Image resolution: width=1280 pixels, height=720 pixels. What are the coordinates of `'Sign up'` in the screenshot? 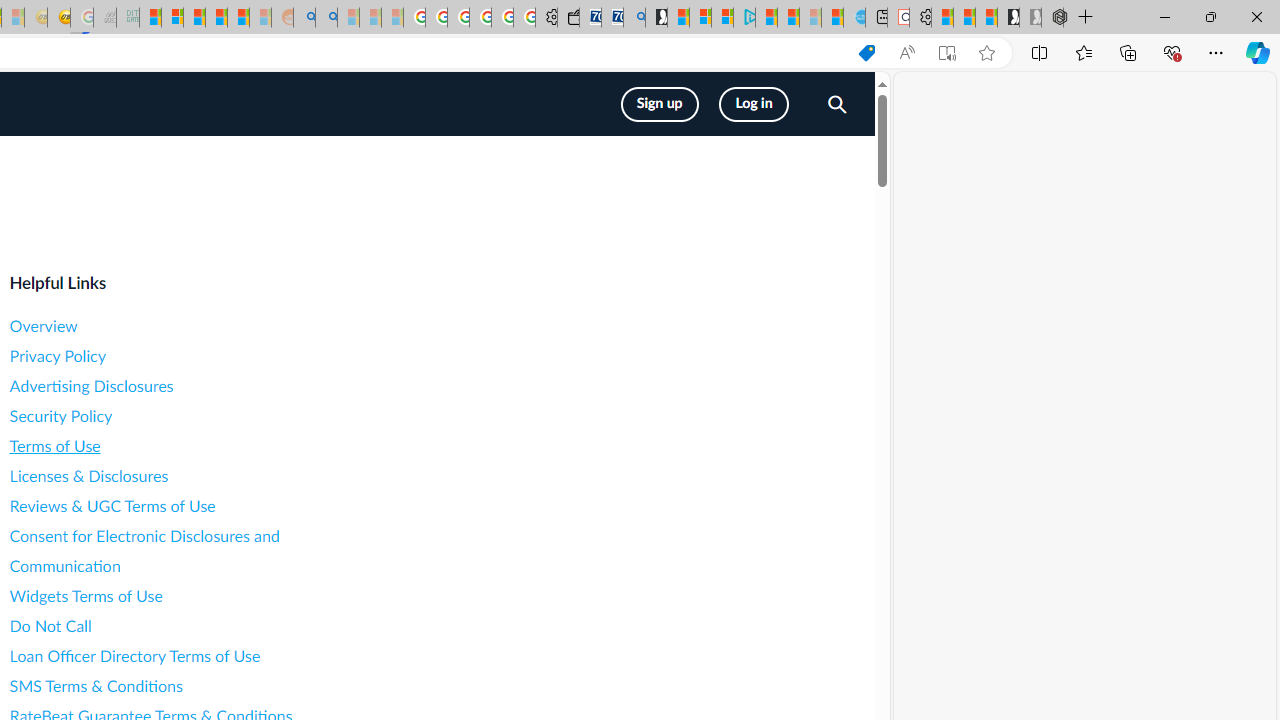 It's located at (659, 104).